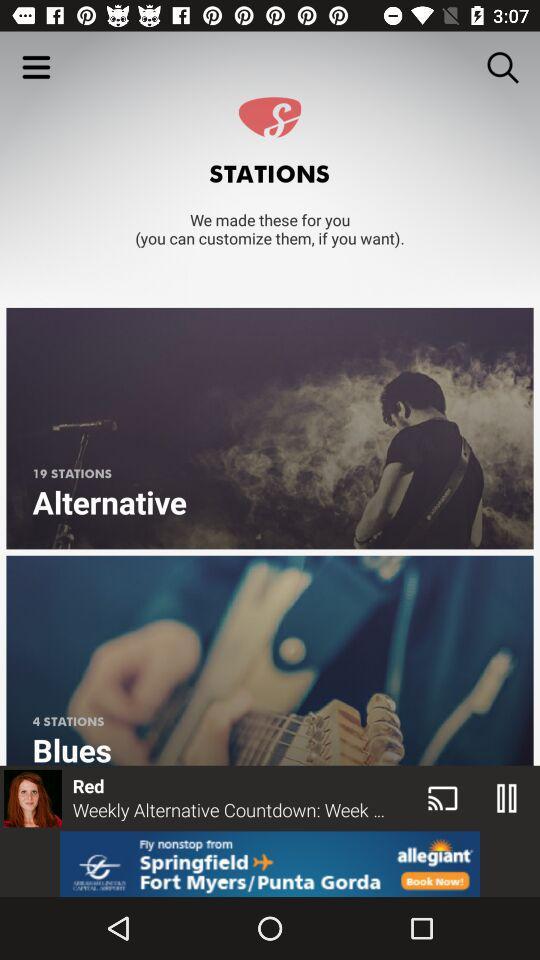  Describe the element at coordinates (507, 798) in the screenshot. I see `play button at the bottom right corner of the web page` at that location.